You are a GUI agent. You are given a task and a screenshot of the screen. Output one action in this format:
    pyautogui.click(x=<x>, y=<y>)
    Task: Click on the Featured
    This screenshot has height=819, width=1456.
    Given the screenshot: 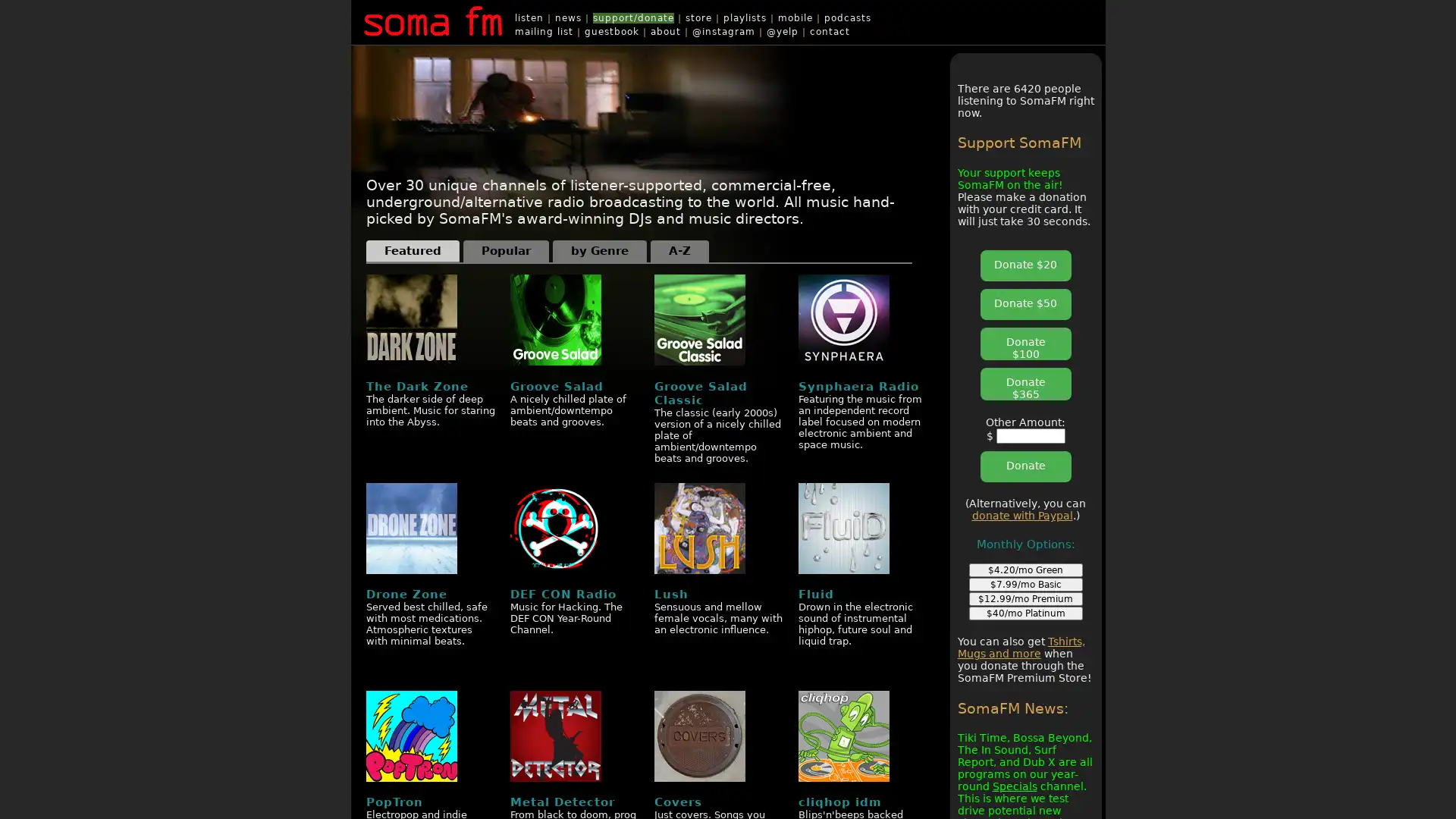 What is the action you would take?
    pyautogui.click(x=412, y=250)
    